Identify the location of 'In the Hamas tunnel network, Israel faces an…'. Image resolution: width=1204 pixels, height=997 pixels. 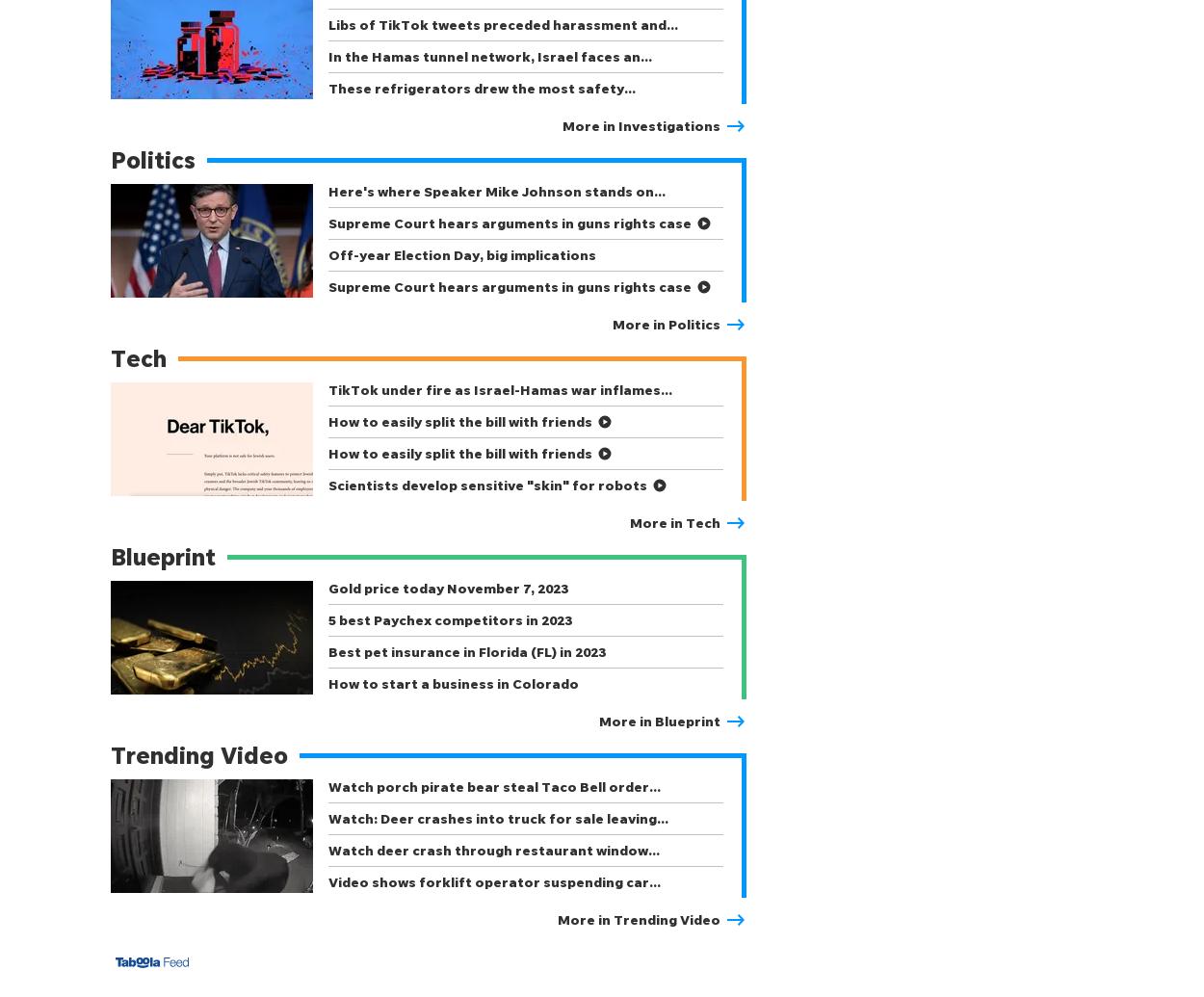
(490, 56).